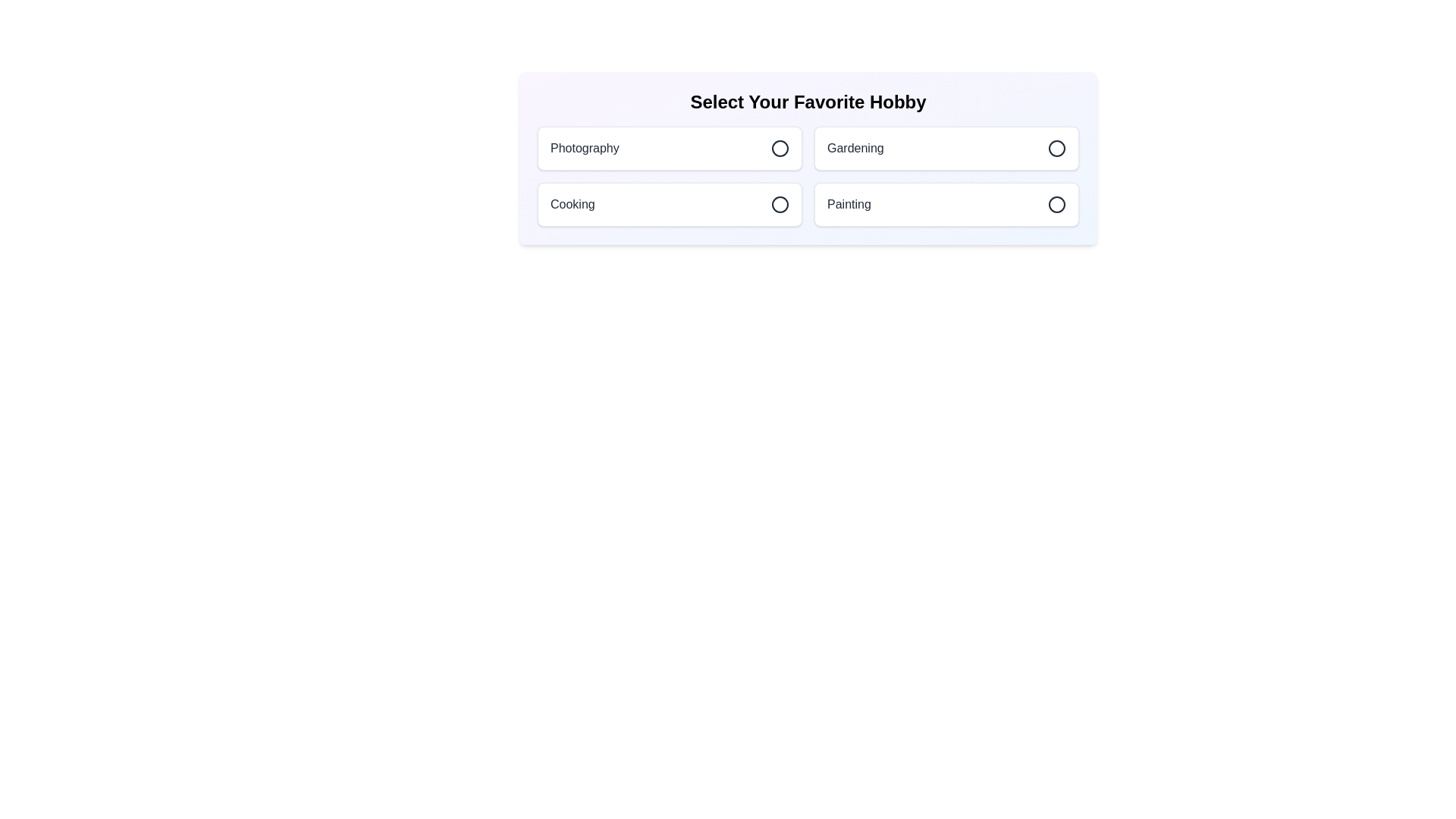 Image resolution: width=1456 pixels, height=819 pixels. I want to click on the checkbox associated with the 'Painting' text label in the second column of the second row, so click(848, 205).